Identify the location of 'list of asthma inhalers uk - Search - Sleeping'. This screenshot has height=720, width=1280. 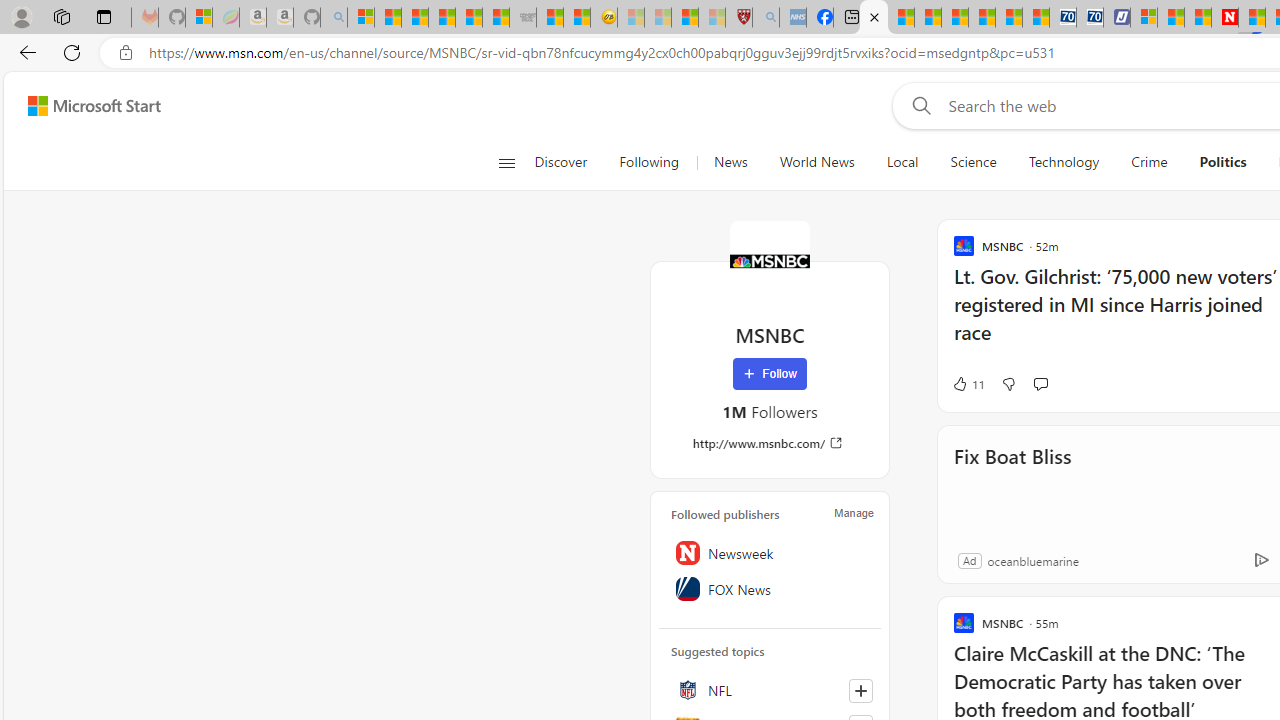
(765, 17).